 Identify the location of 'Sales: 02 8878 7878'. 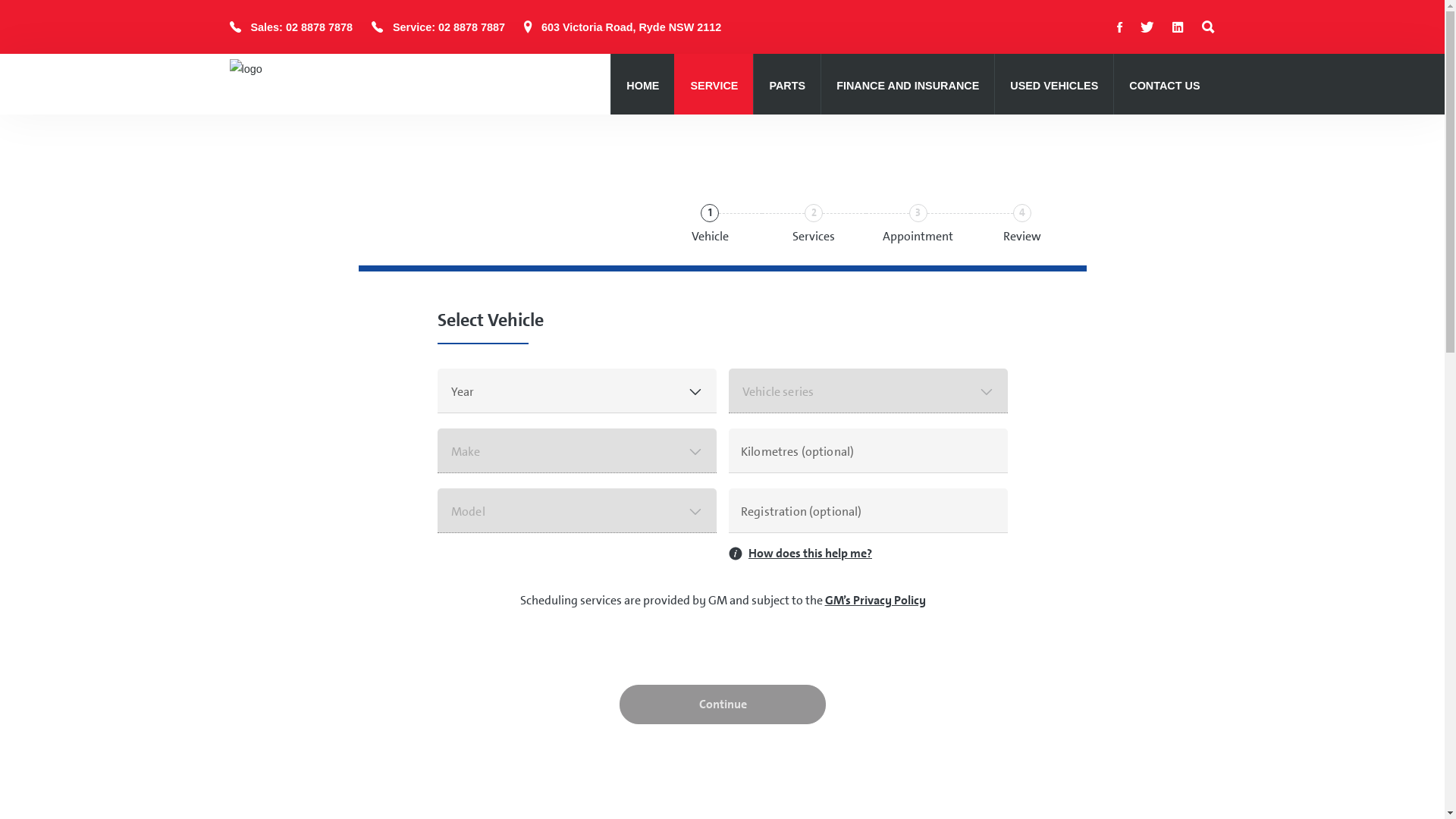
(250, 27).